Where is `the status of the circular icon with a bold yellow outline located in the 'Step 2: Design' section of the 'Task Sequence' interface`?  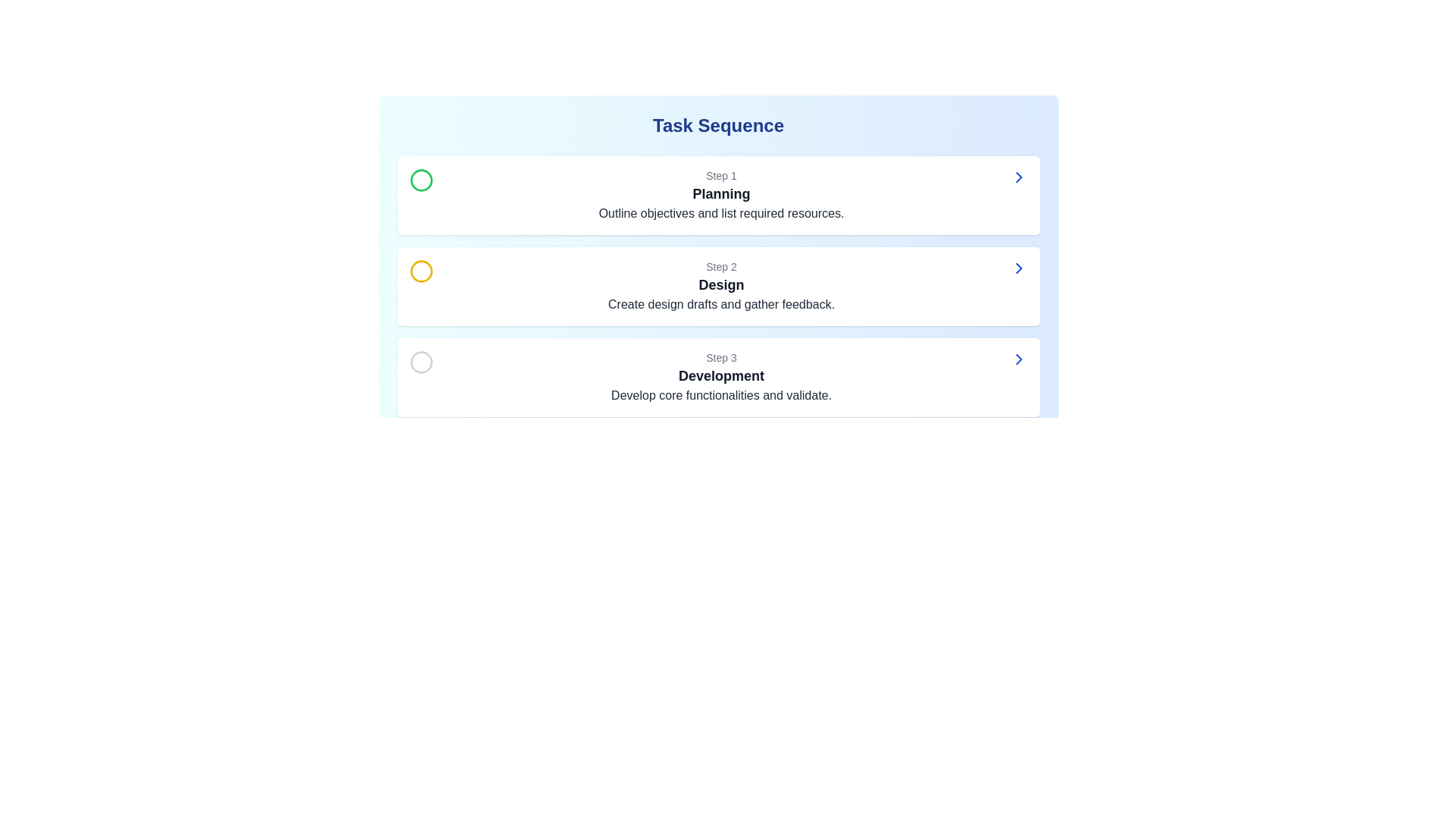 the status of the circular icon with a bold yellow outline located in the 'Step 2: Design' section of the 'Task Sequence' interface is located at coordinates (421, 271).